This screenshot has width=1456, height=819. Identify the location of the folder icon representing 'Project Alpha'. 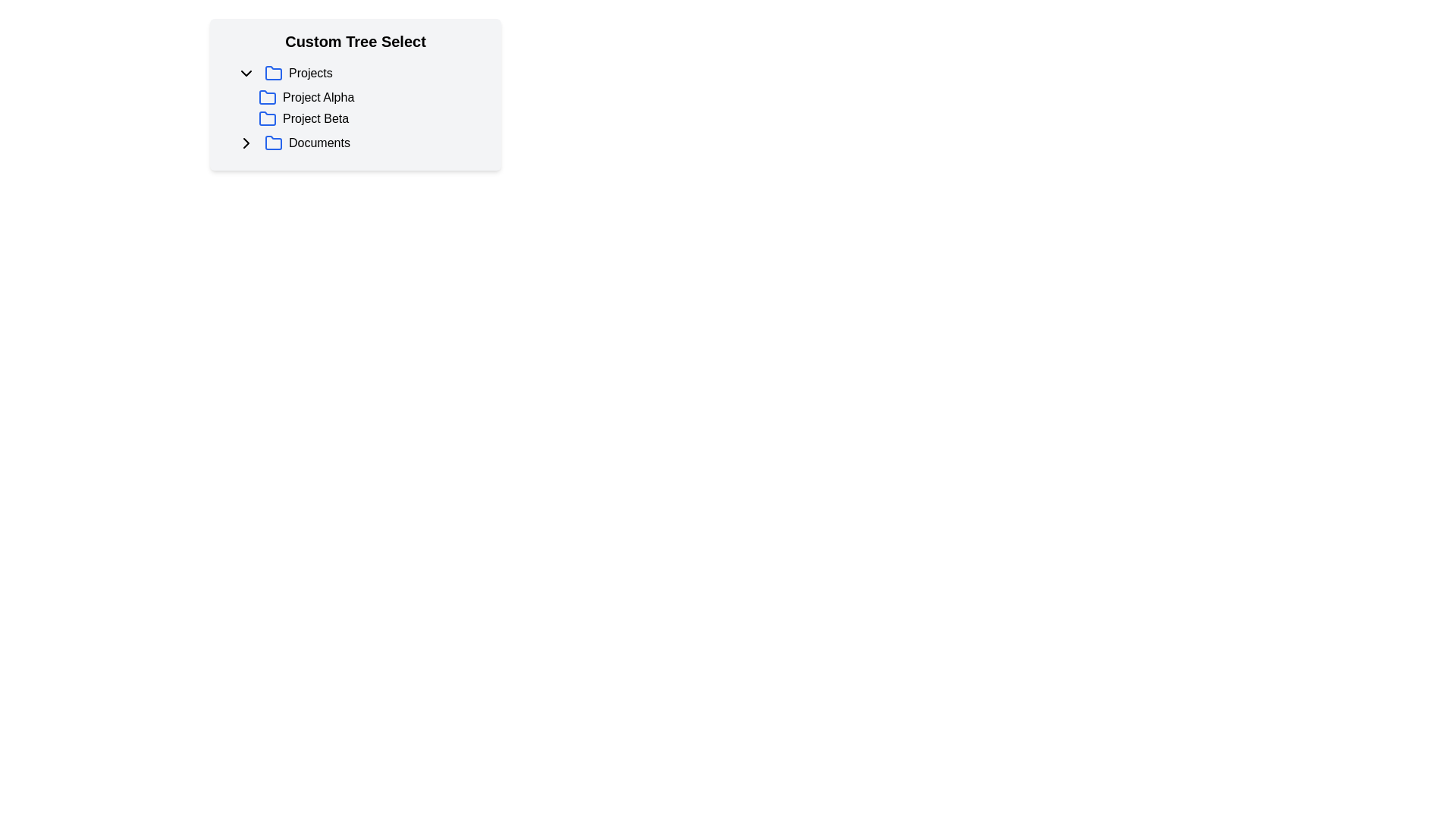
(268, 97).